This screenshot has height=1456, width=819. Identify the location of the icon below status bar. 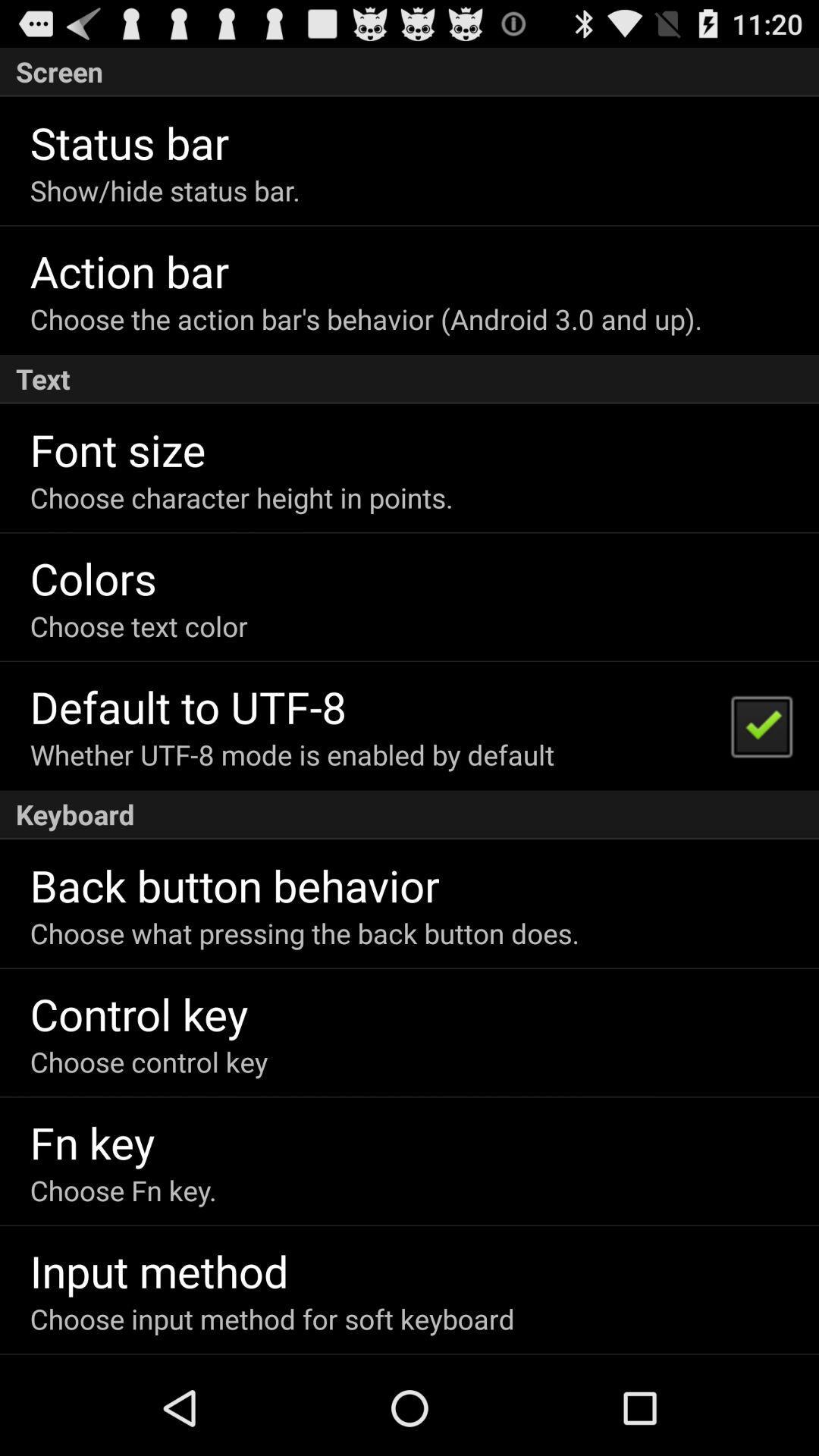
(165, 190).